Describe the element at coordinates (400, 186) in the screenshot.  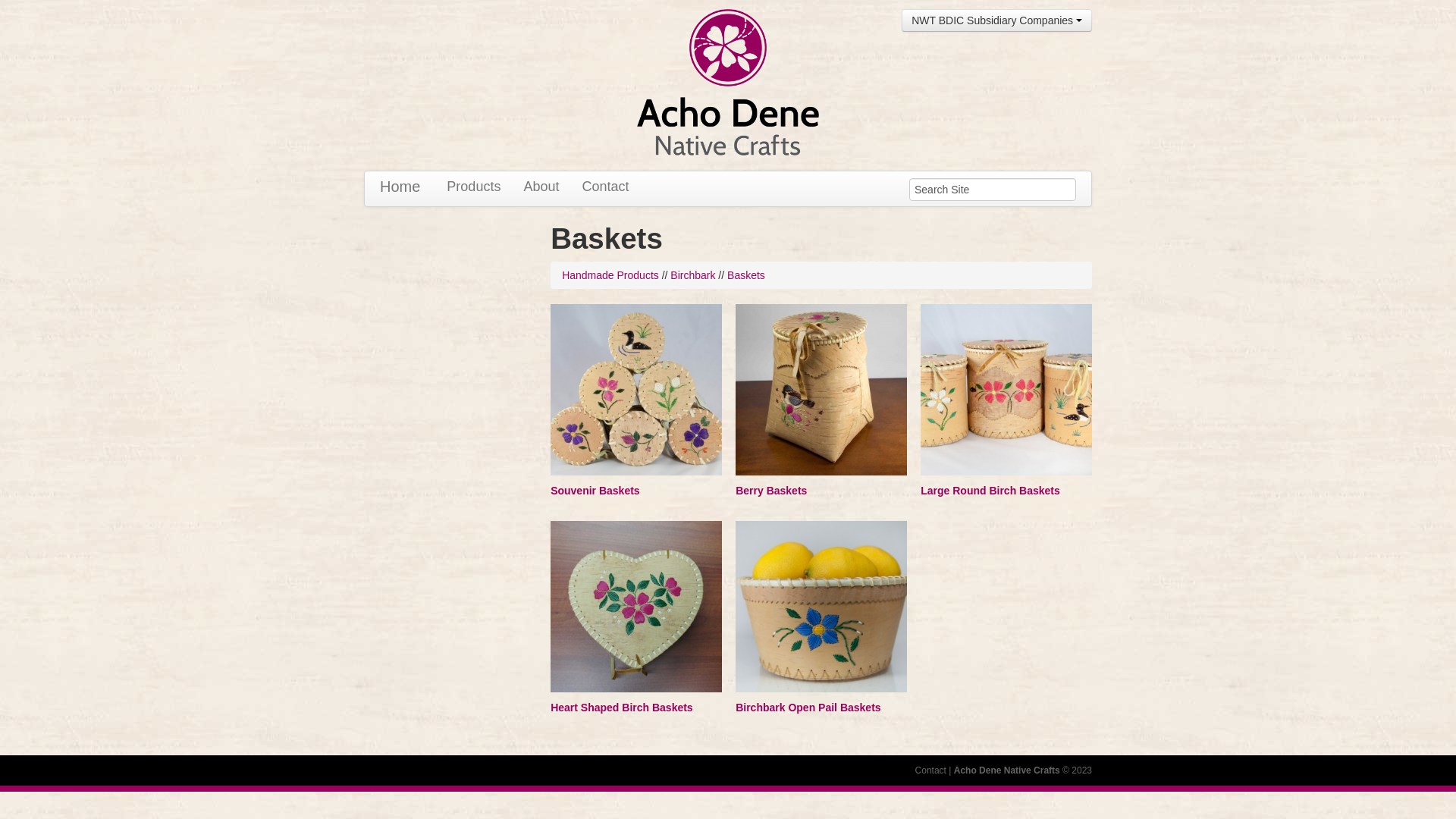
I see `'Home'` at that location.